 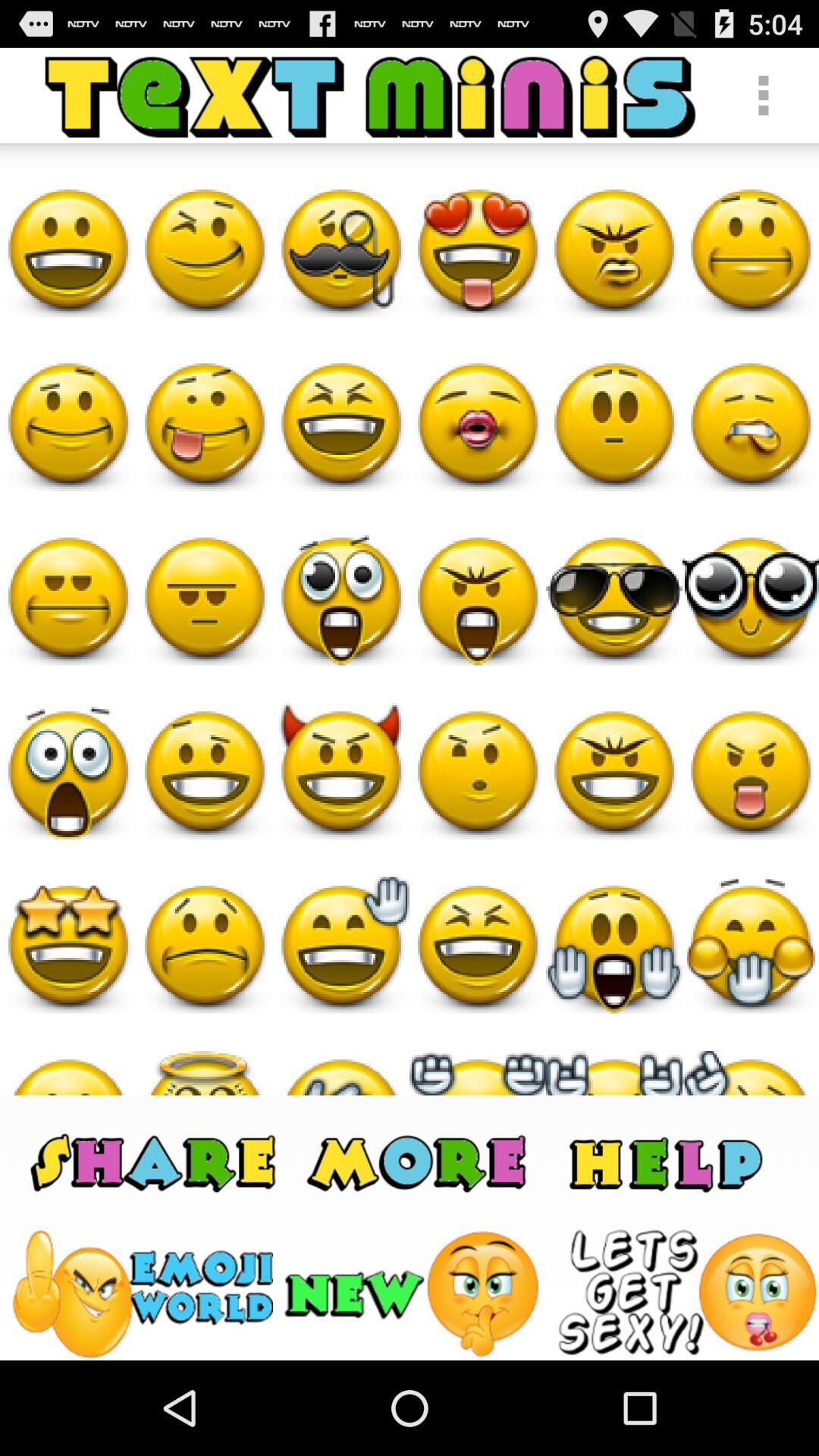 I want to click on item, so click(x=687, y=1293).